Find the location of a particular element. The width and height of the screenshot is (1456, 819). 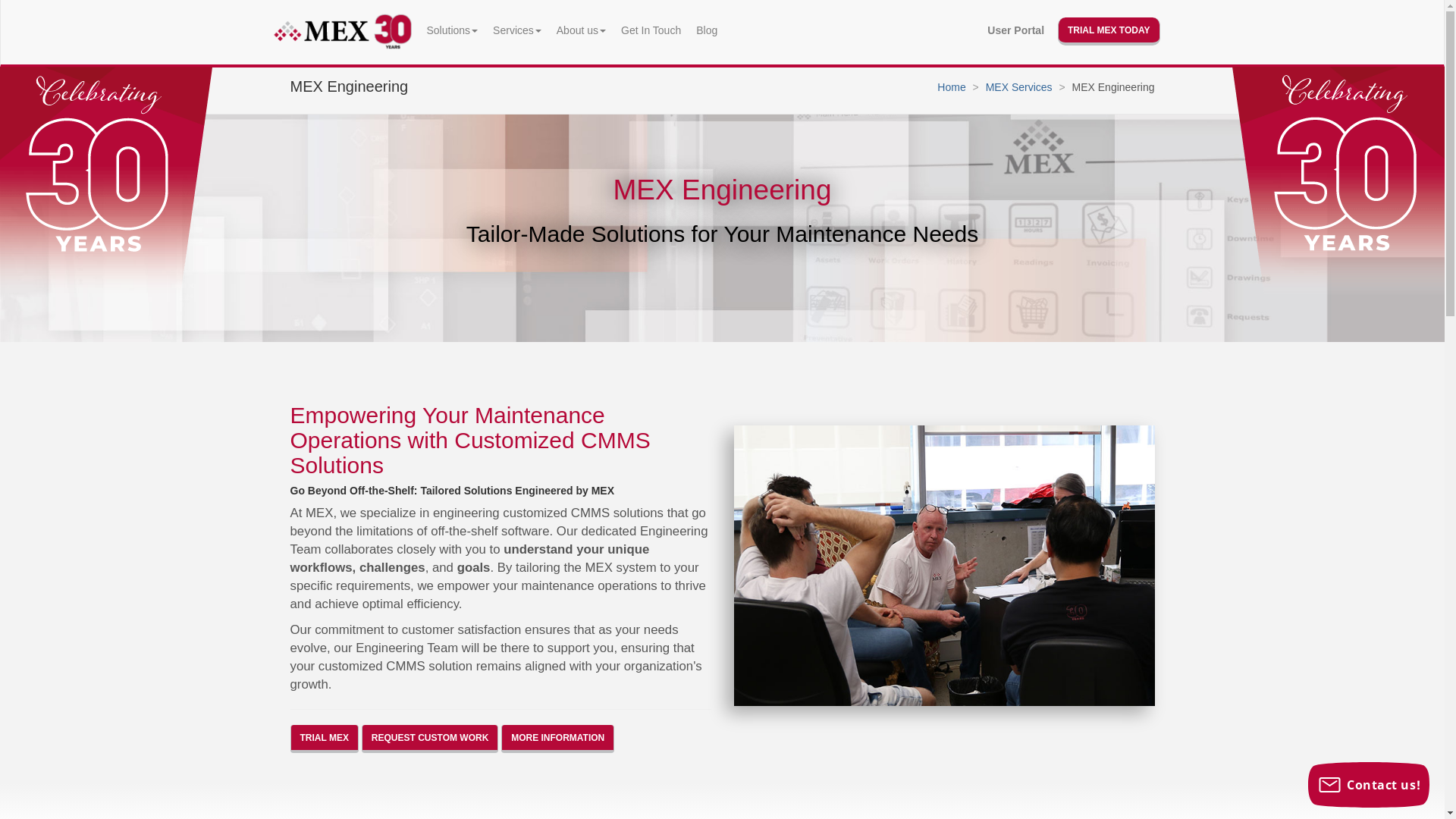

'TRIAL MEX TODAY' is located at coordinates (1057, 31).